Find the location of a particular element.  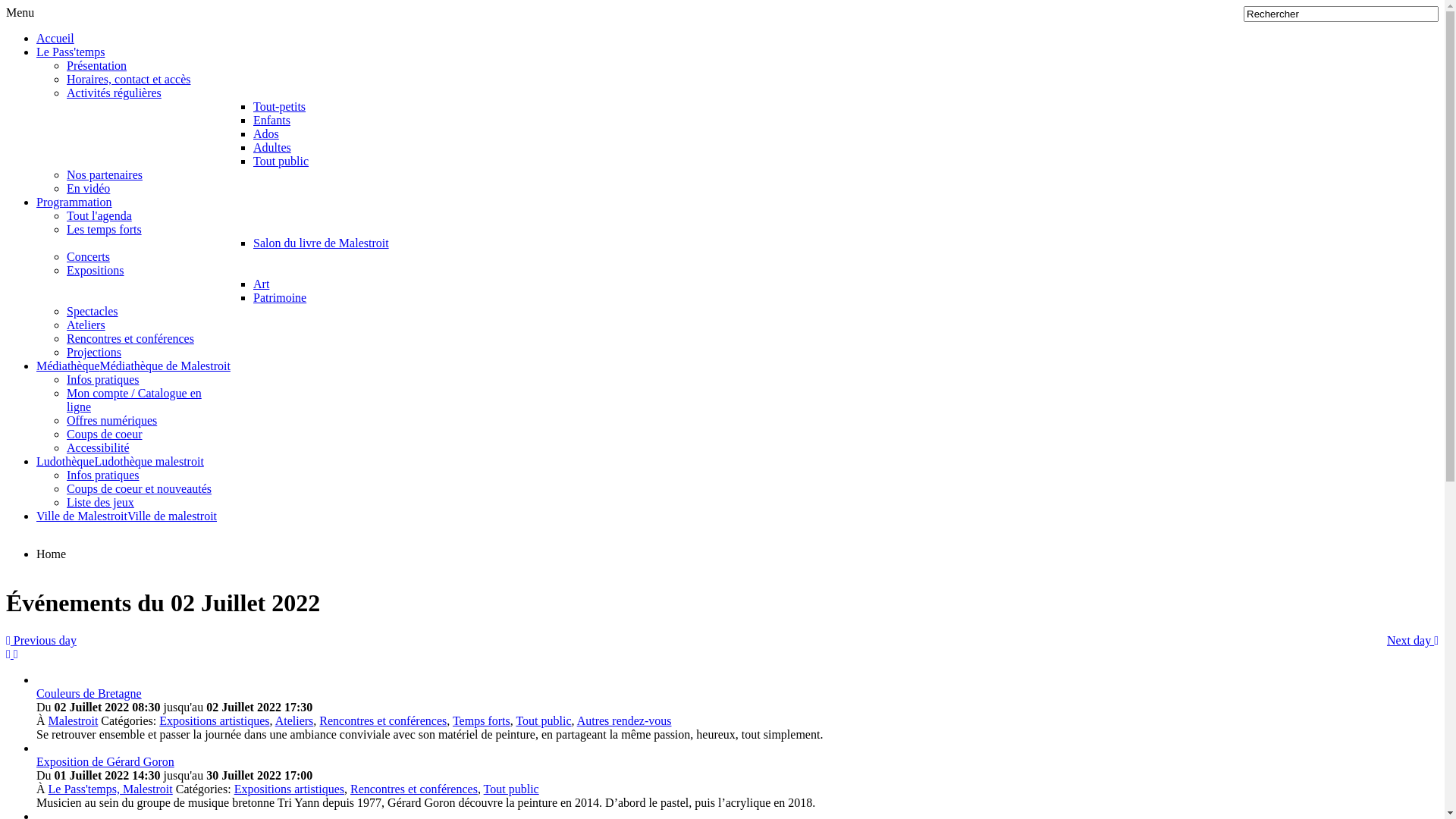

'Previous day' is located at coordinates (6, 640).